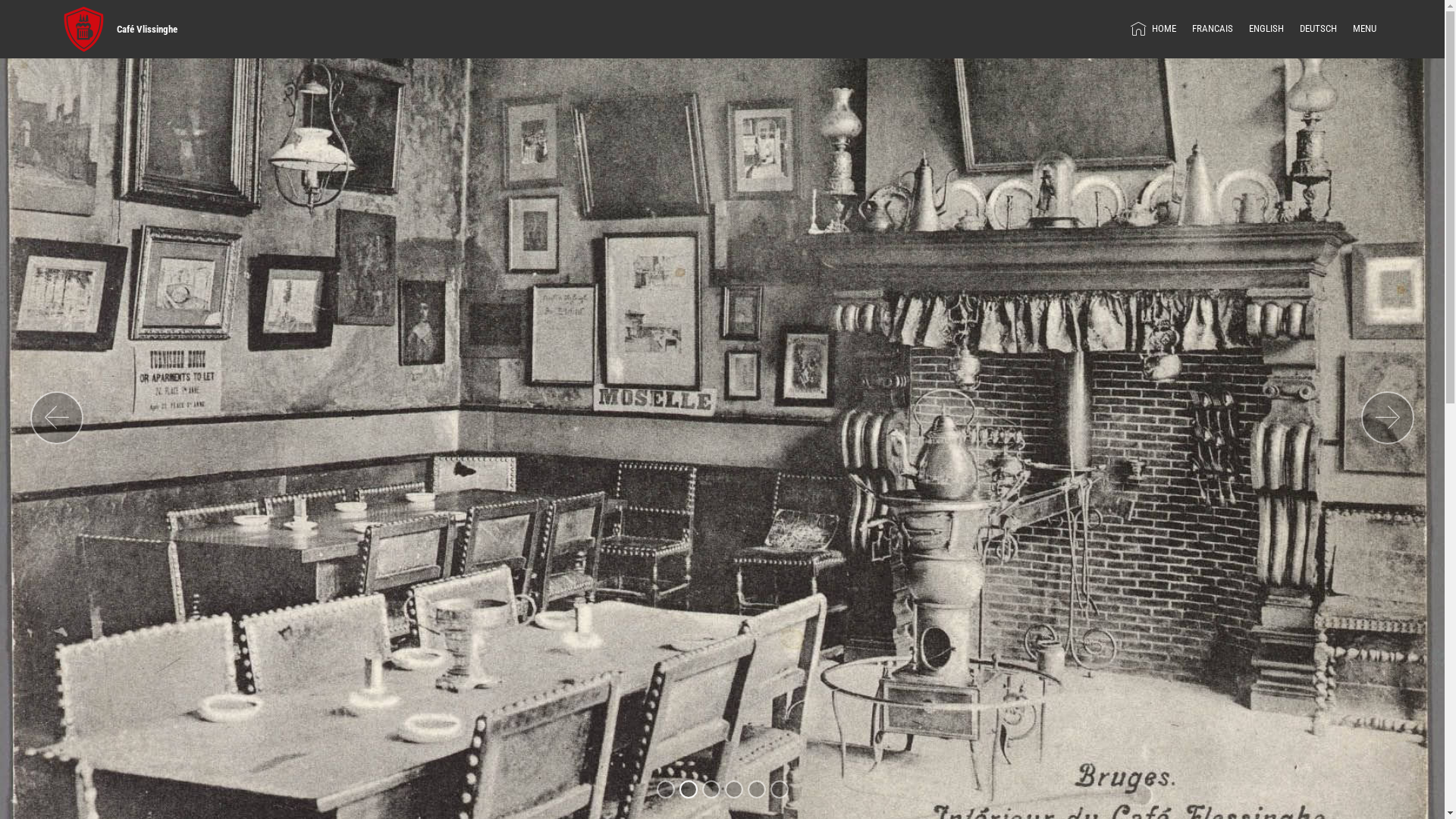 This screenshot has width=1456, height=819. What do you see at coordinates (1131, 29) in the screenshot?
I see `'HOME'` at bounding box center [1131, 29].